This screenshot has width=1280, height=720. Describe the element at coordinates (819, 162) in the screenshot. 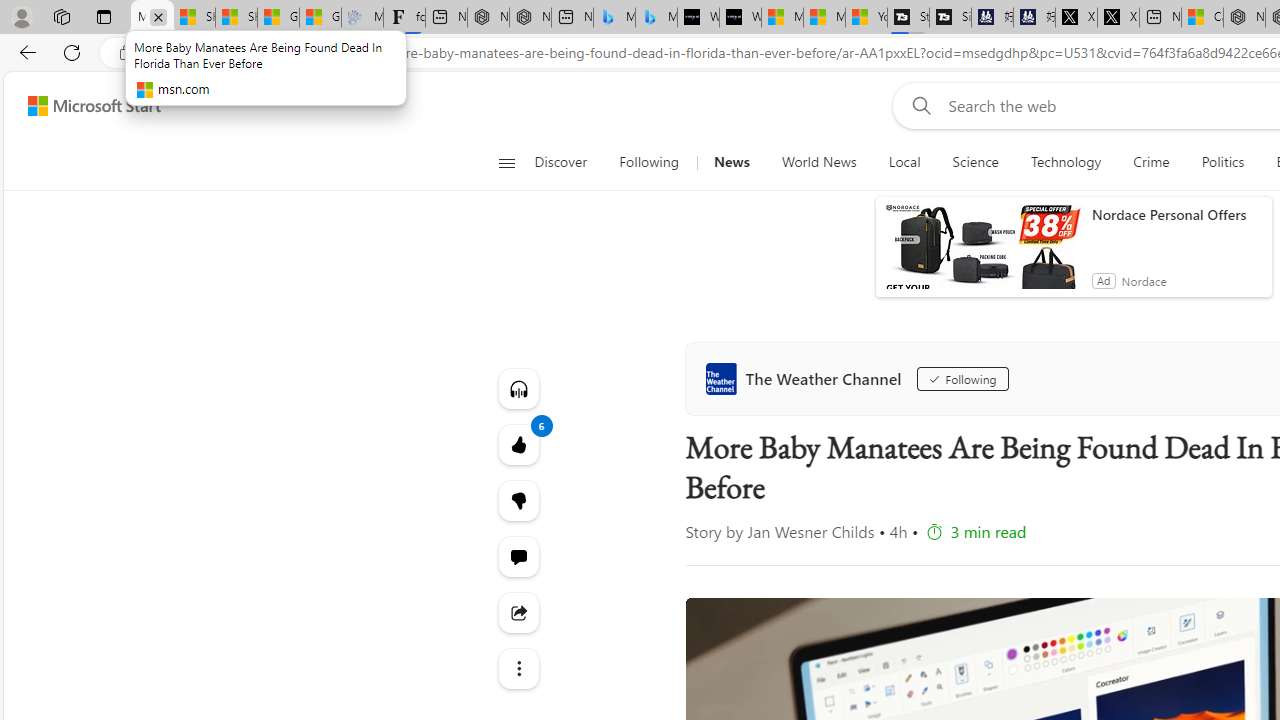

I see `'World News'` at that location.